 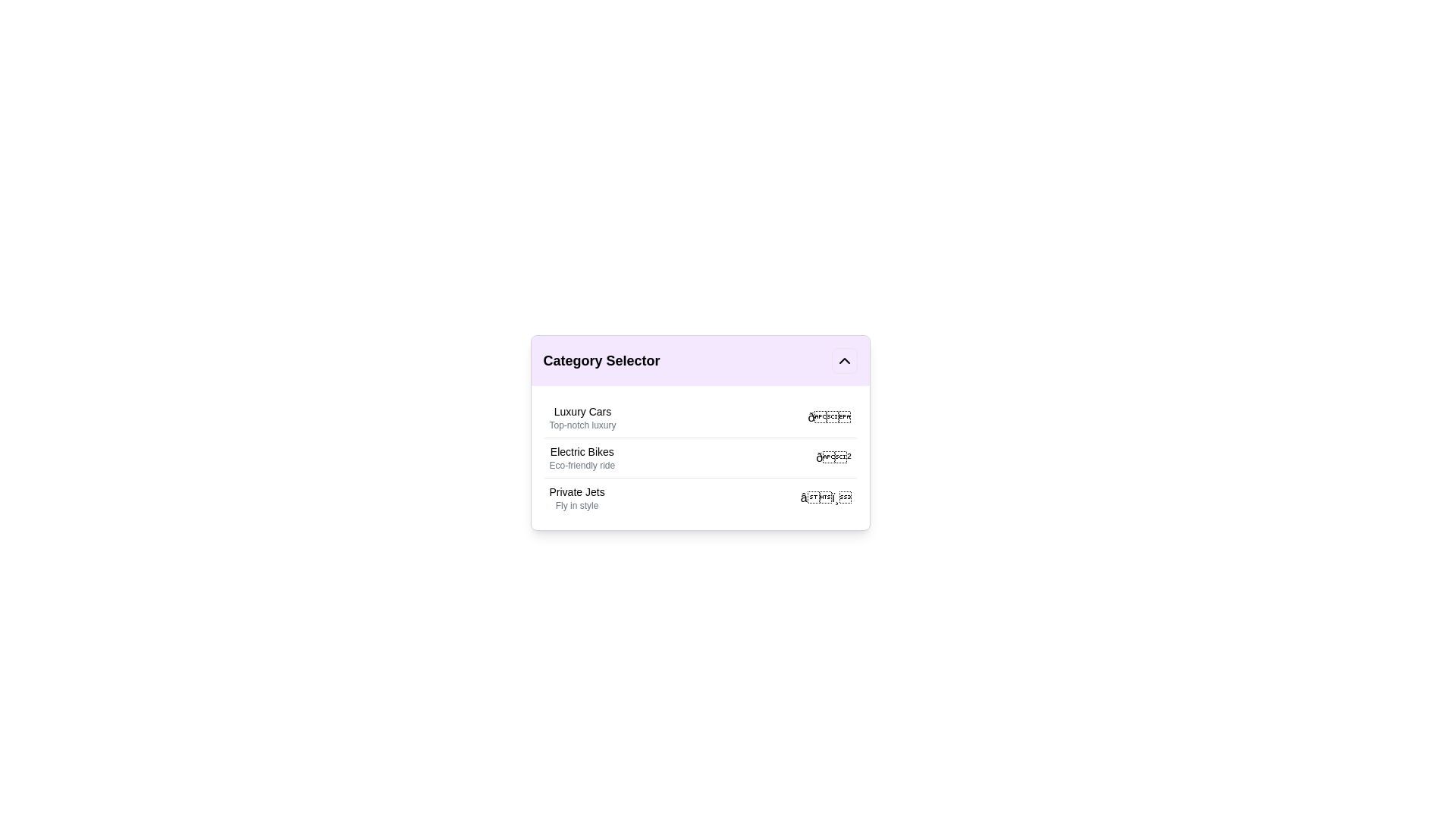 I want to click on the button icon located at the top-right corner of the light purple header of the 'Category Selector' popup card for keyboard navigation, so click(x=843, y=360).